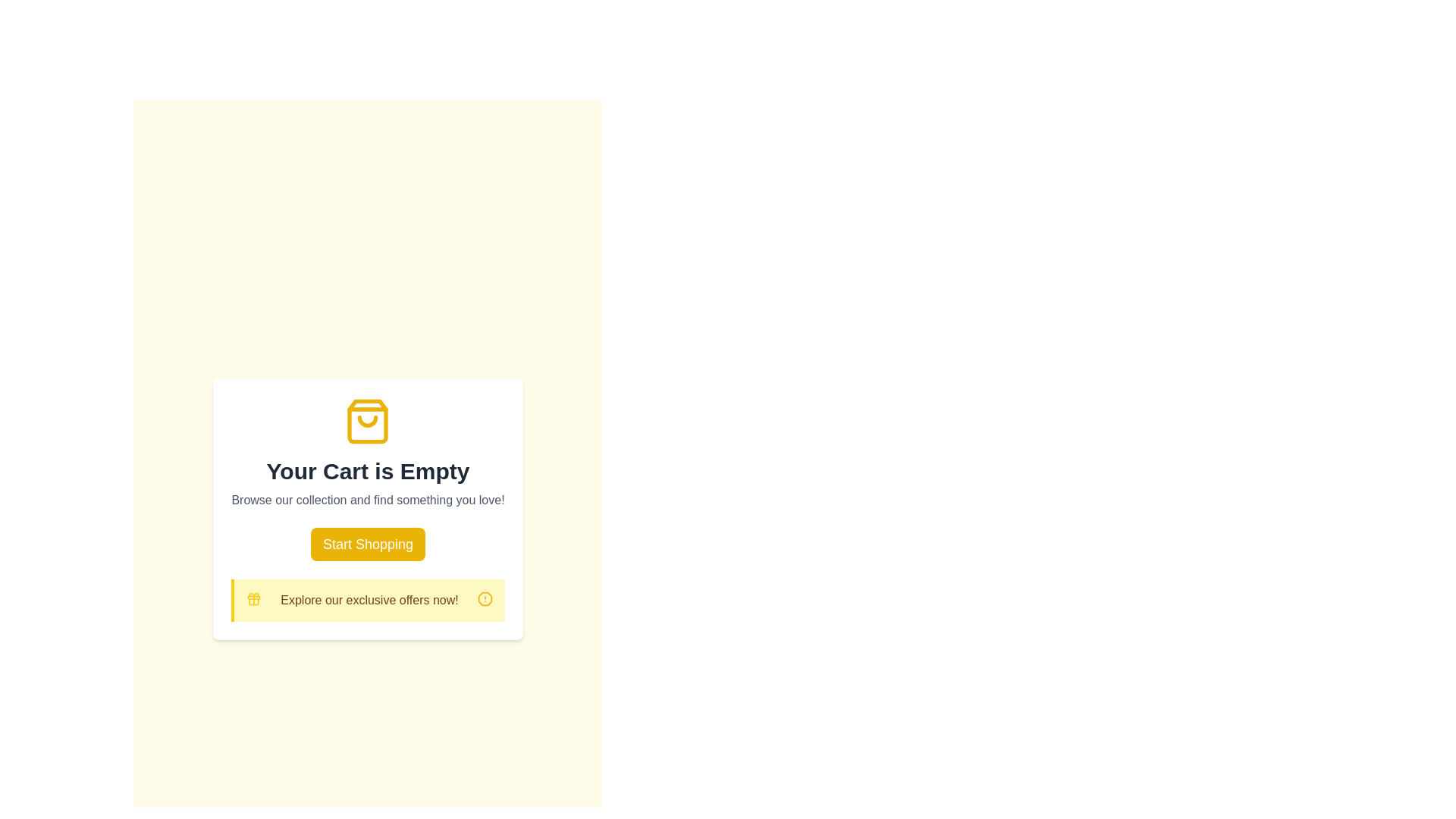 The width and height of the screenshot is (1456, 819). Describe the element at coordinates (484, 598) in the screenshot. I see `the alert icon located at the bottom right of the 'Your Cart is Empty' card, which may display a tooltip or additional functionality` at that location.